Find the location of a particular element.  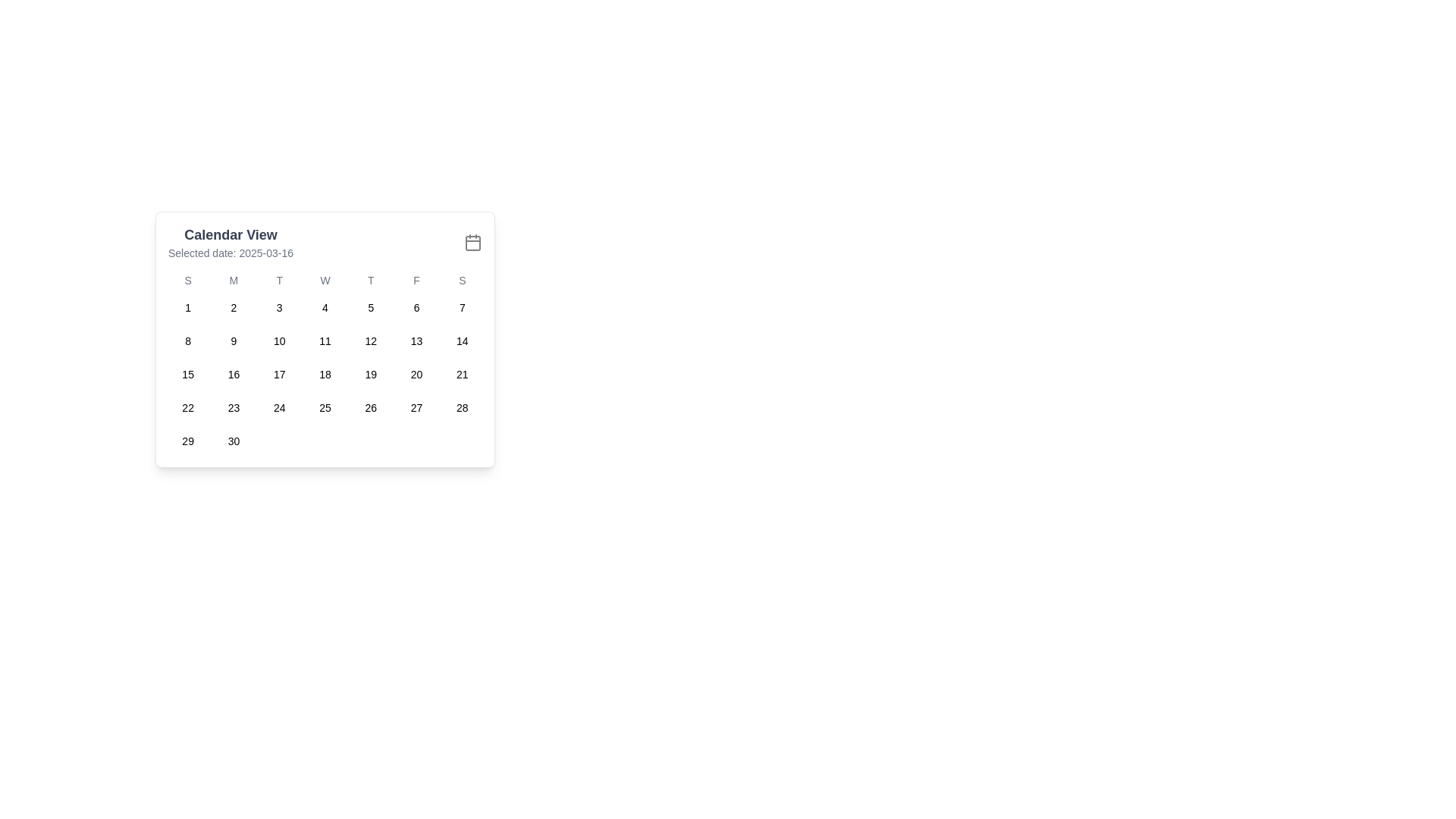

the calendar day cell displaying the number '16', which is styled as a rectangular box with a hover effect that changes the background color slightly is located at coordinates (233, 374).